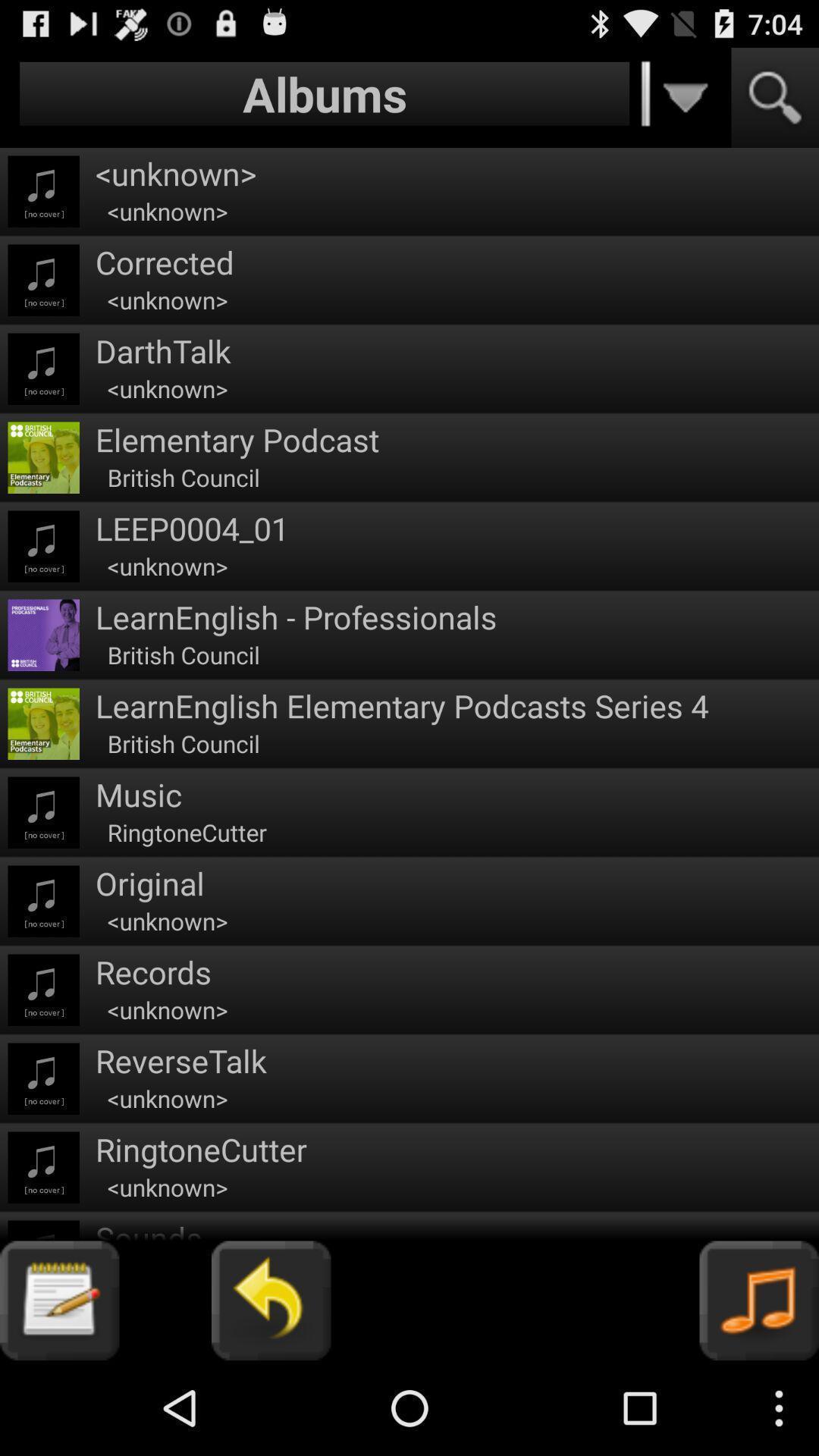 Image resolution: width=819 pixels, height=1456 pixels. I want to click on the edit icon, so click(58, 1392).